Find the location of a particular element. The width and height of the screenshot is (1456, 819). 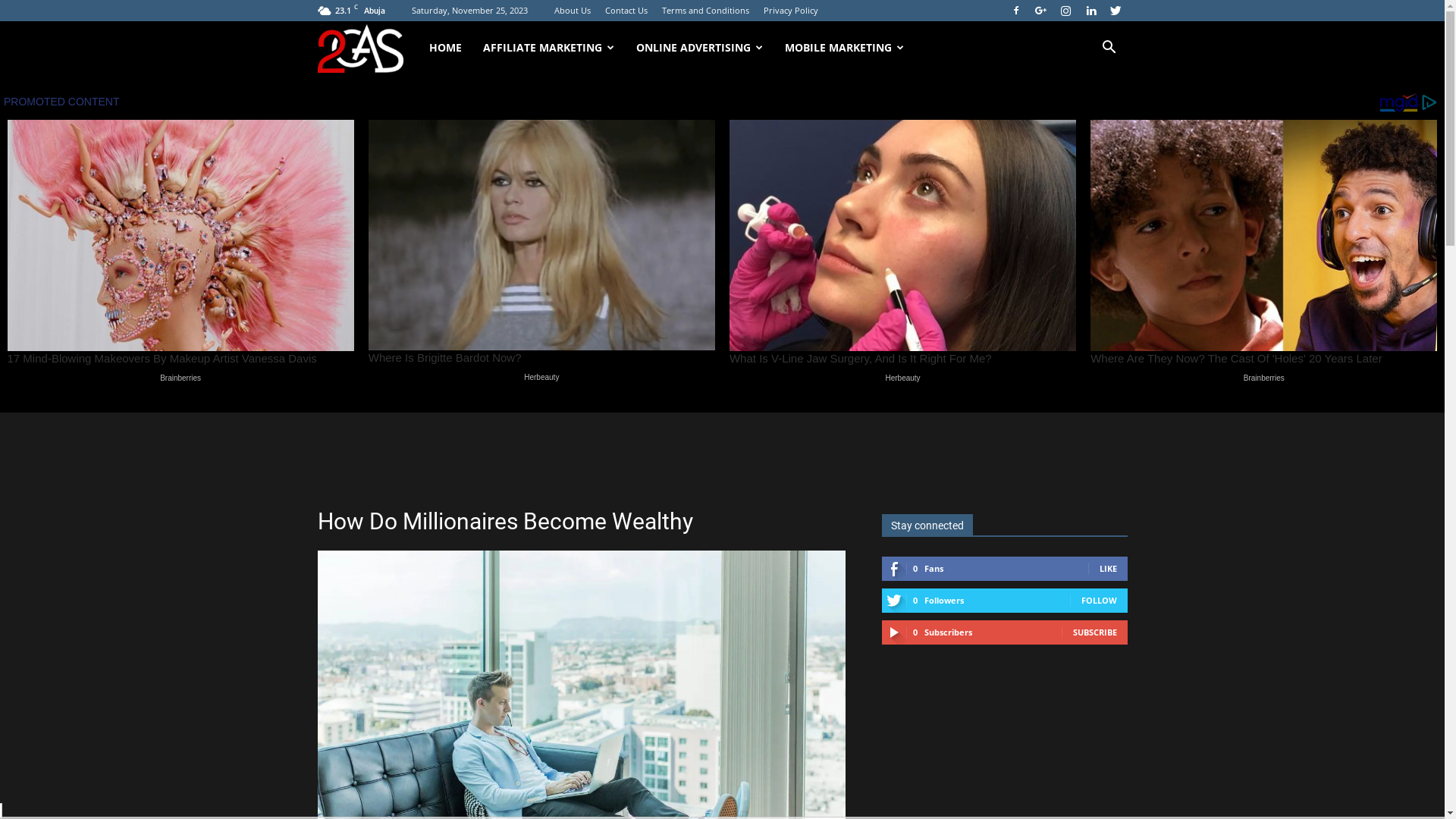

'Terms and Conditions' is located at coordinates (704, 10).